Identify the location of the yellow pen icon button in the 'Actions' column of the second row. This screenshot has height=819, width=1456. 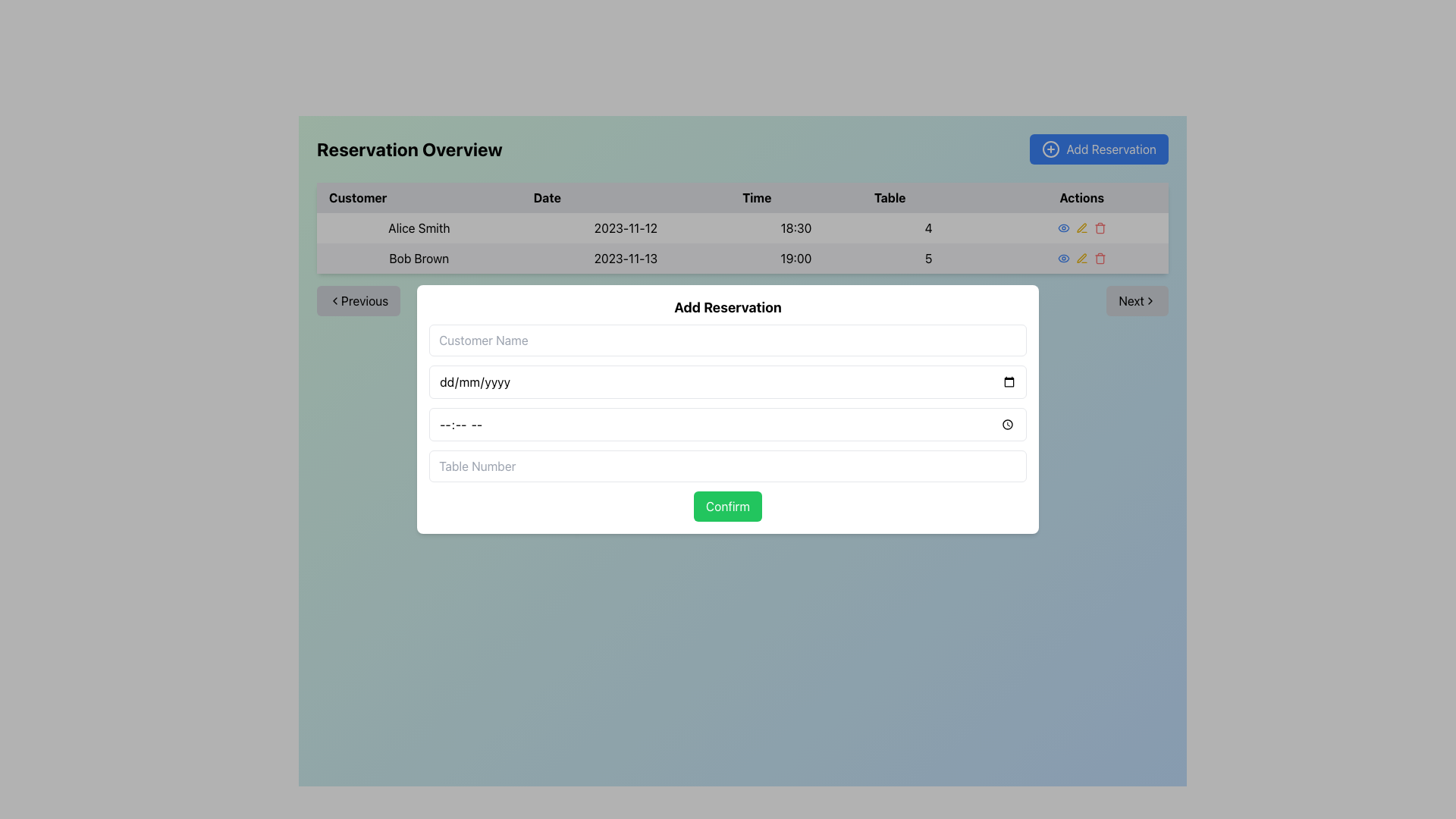
(1081, 257).